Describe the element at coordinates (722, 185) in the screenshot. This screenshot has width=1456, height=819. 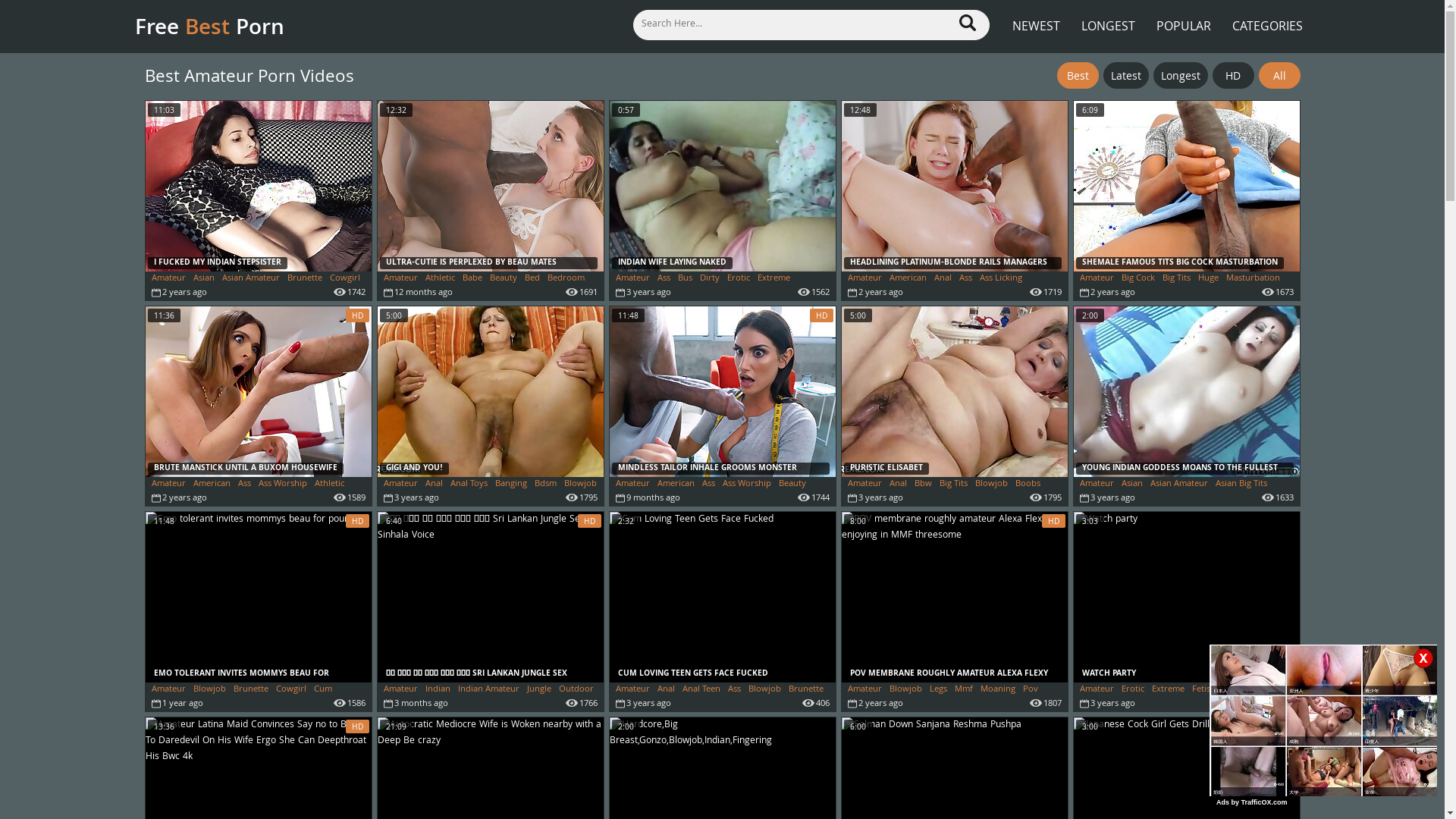
I see `'INDIAN WIFE LAYING NAKED'` at that location.